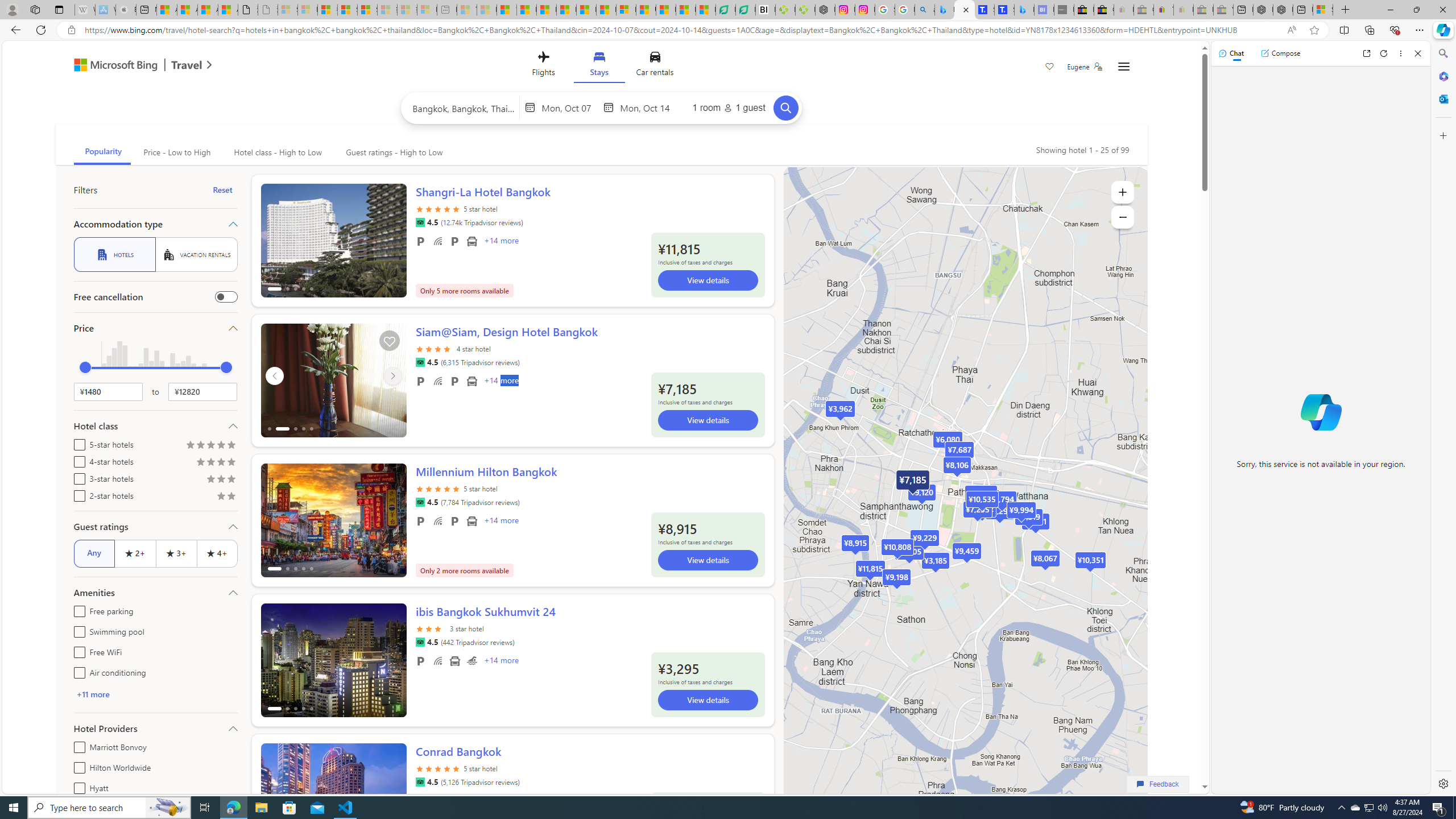  What do you see at coordinates (176, 152) in the screenshot?
I see `'Price - Low to High'` at bounding box center [176, 152].